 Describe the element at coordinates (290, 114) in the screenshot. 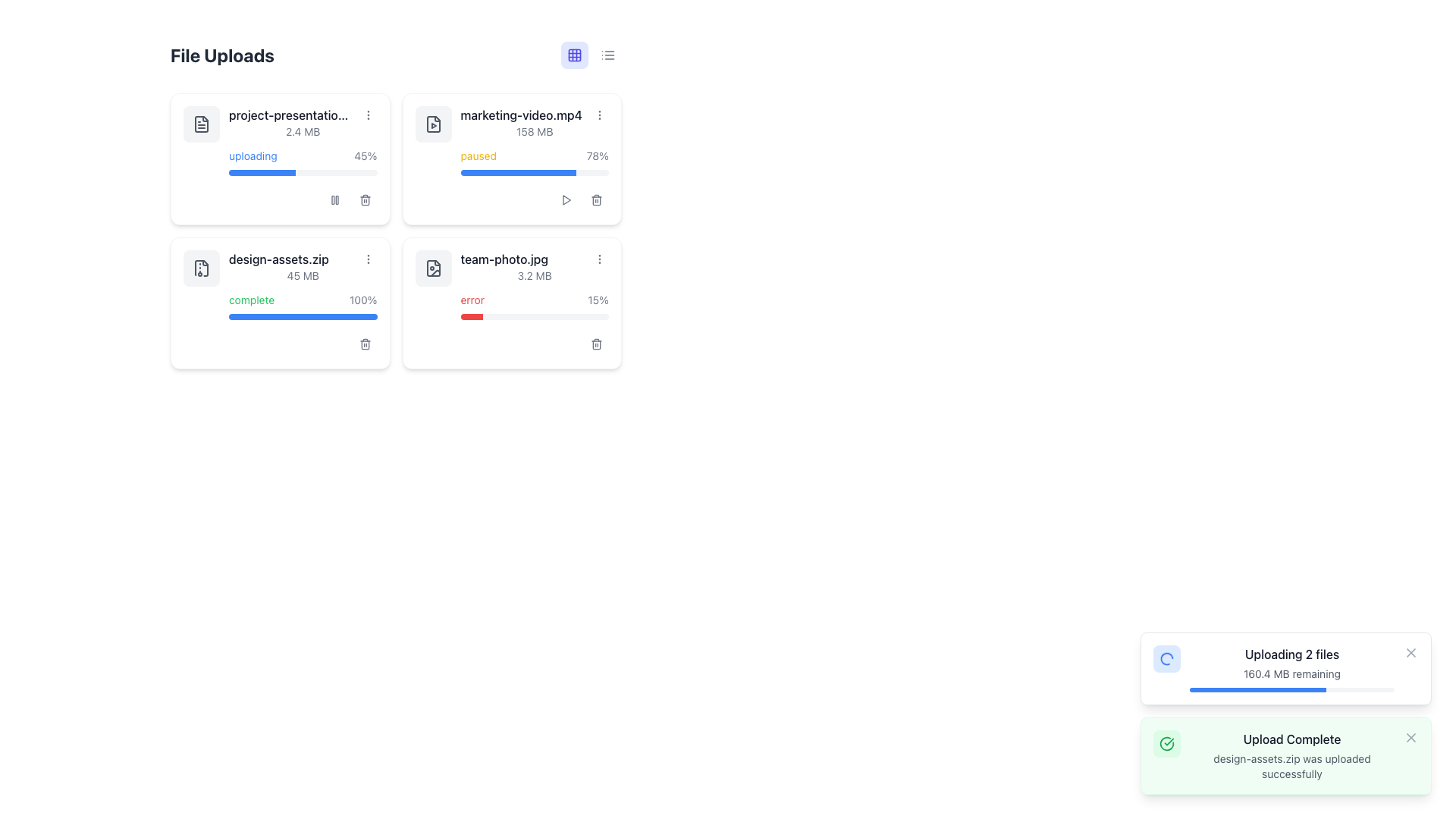

I see `the static text label displaying the name of the file being uploaded, located at the top-left corner of the 'File Uploads' section in the first card of the grid layout` at that location.